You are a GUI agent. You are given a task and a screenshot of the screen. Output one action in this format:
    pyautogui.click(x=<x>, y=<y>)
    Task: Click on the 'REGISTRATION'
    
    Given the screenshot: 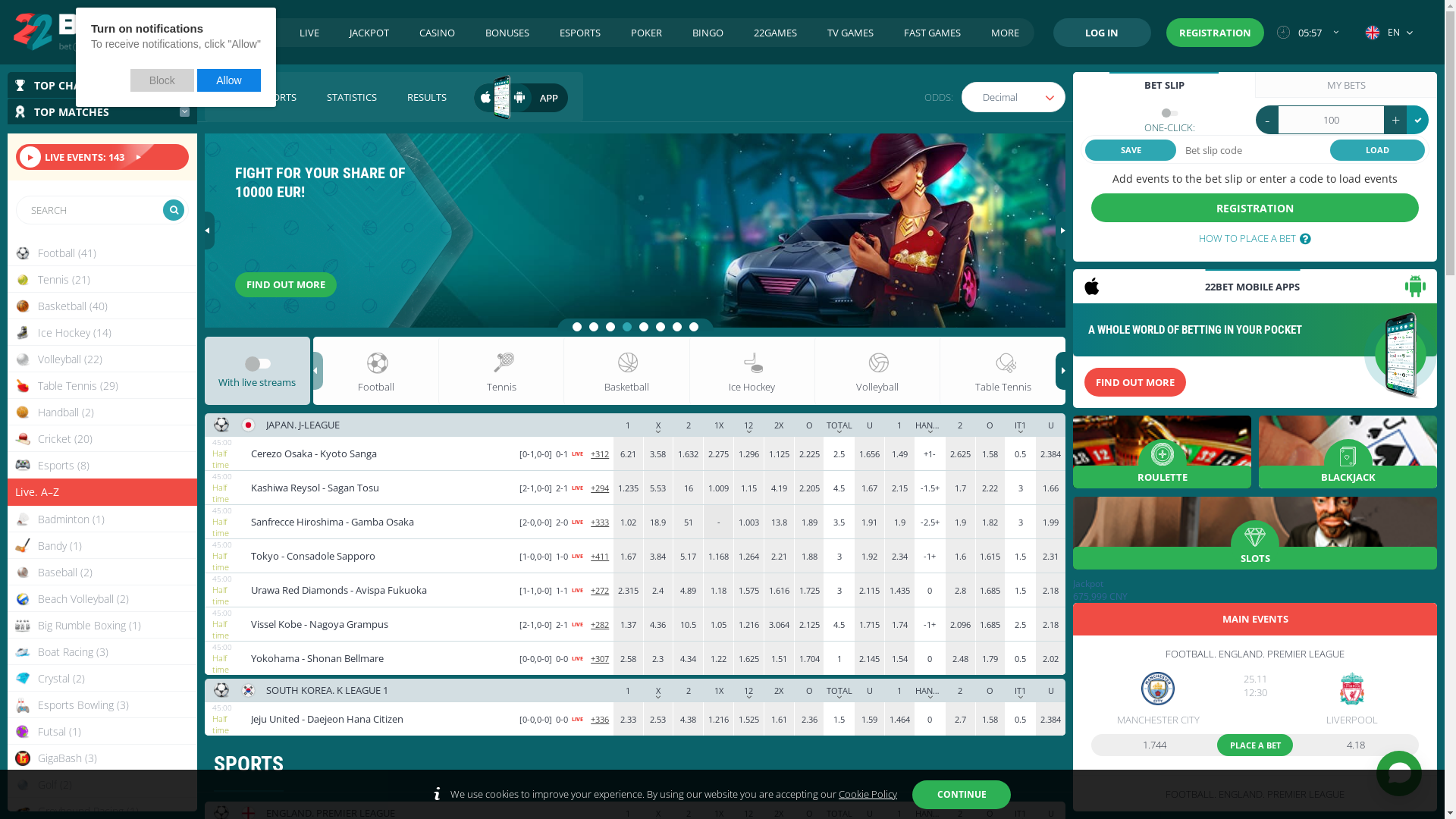 What is the action you would take?
    pyautogui.click(x=1215, y=32)
    